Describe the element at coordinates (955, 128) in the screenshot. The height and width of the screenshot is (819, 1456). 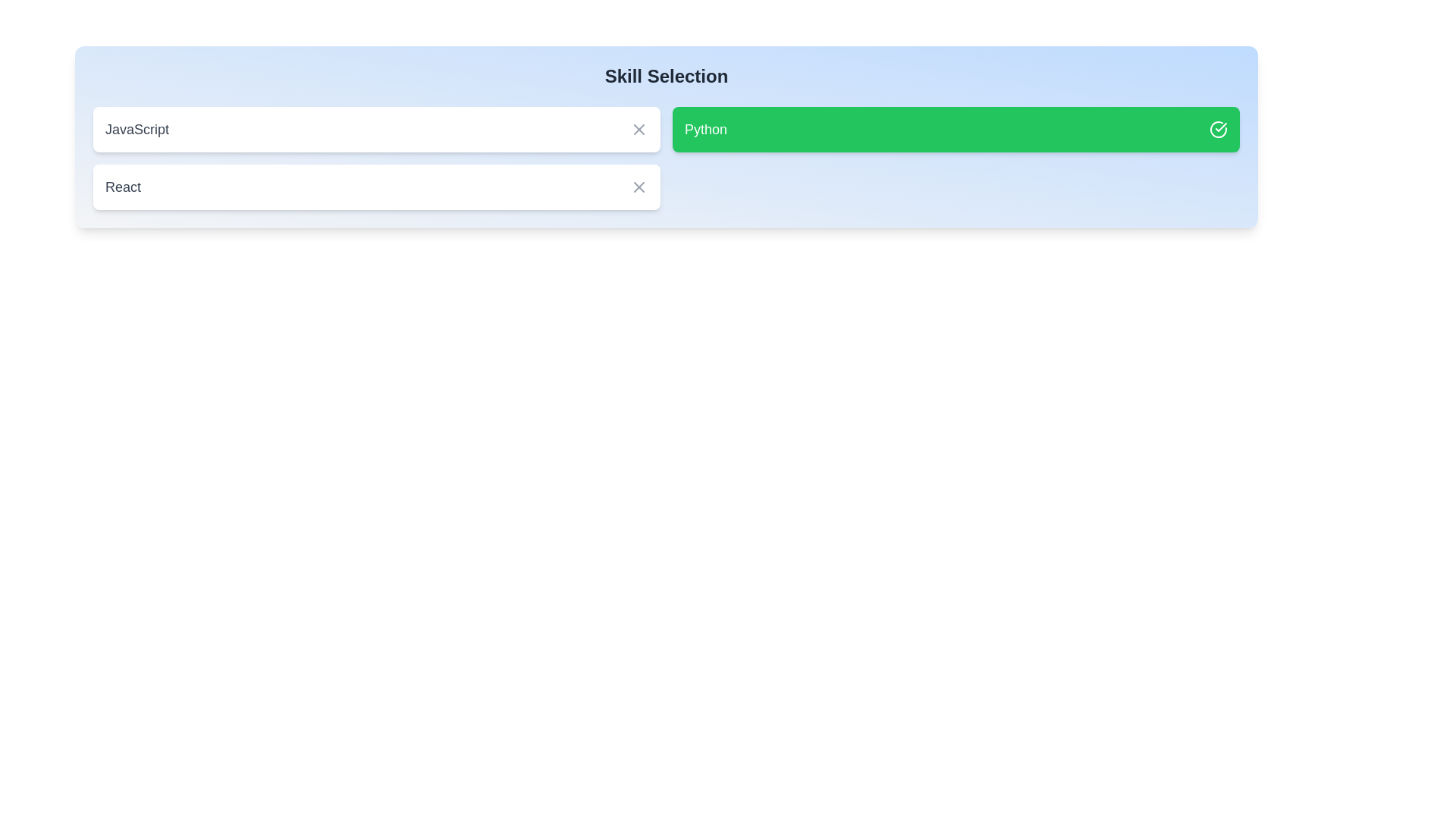
I see `the skill Python by clicking on its corresponding element` at that location.